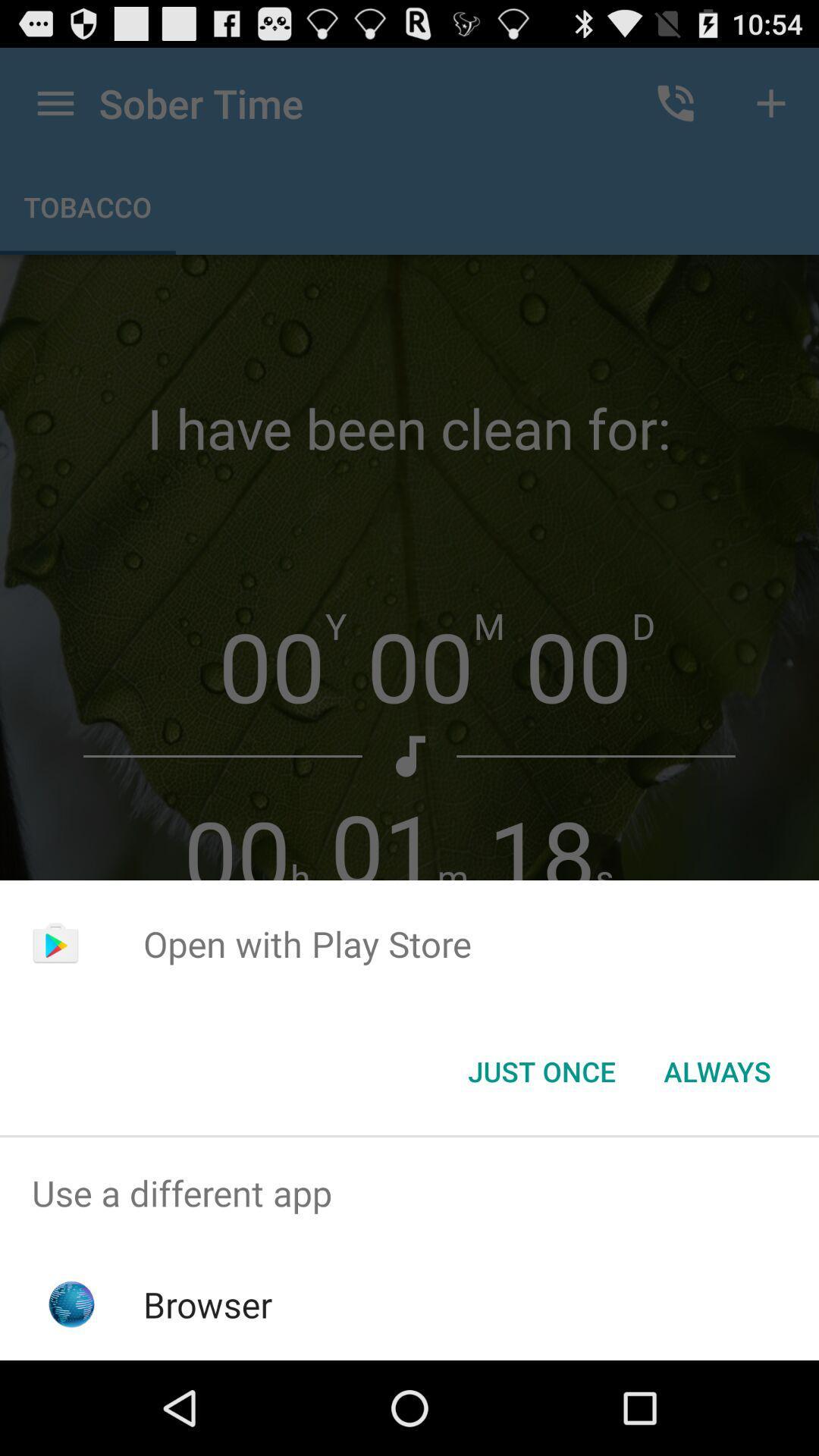 The image size is (819, 1456). Describe the element at coordinates (717, 1070) in the screenshot. I see `item at the bottom right corner` at that location.